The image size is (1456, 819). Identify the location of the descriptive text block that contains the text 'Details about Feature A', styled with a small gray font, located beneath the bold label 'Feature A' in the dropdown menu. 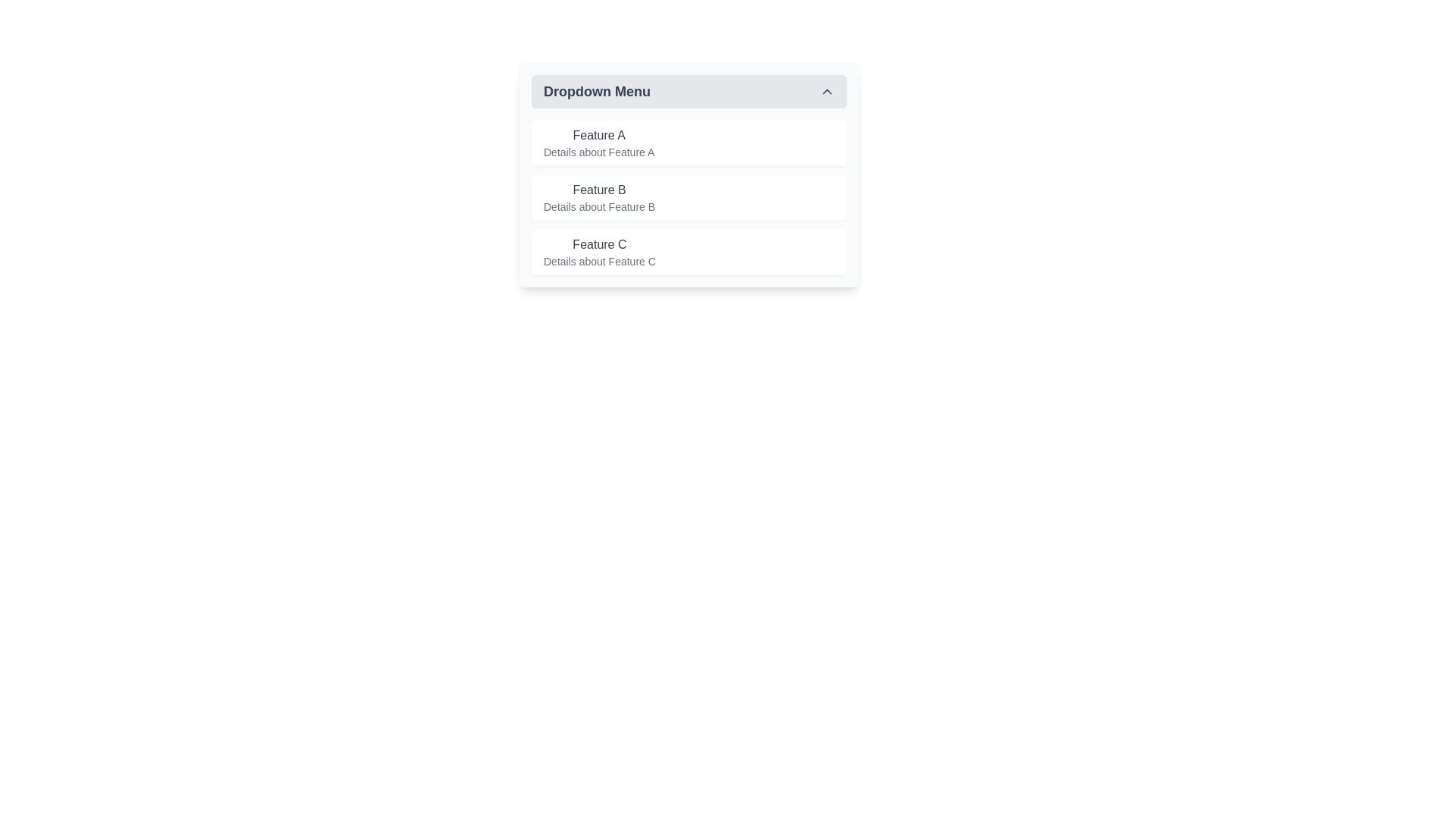
(598, 152).